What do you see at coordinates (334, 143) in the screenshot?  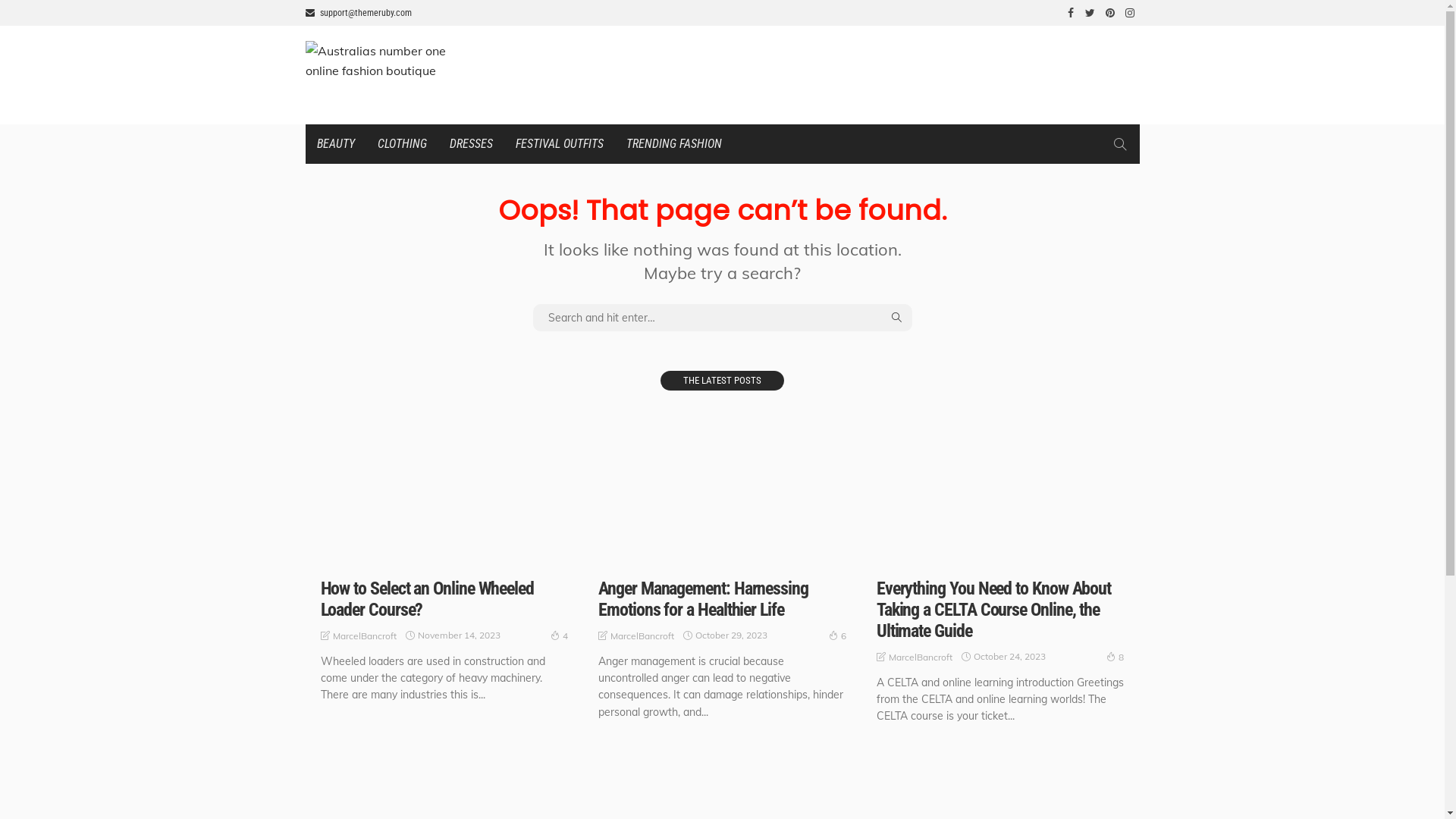 I see `'BEAUTY'` at bounding box center [334, 143].